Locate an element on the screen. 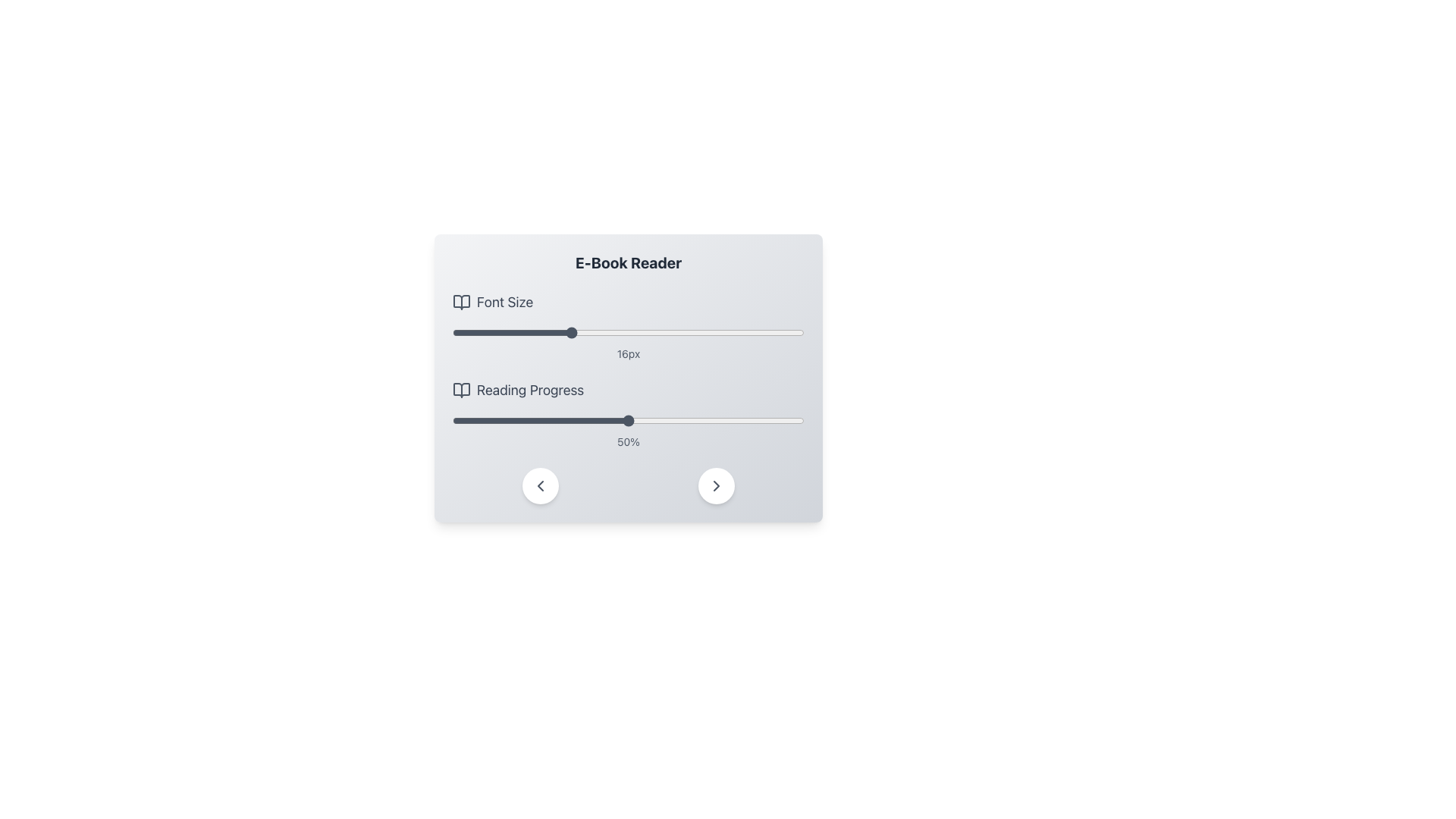 Image resolution: width=1456 pixels, height=819 pixels. the reading progress is located at coordinates (783, 421).